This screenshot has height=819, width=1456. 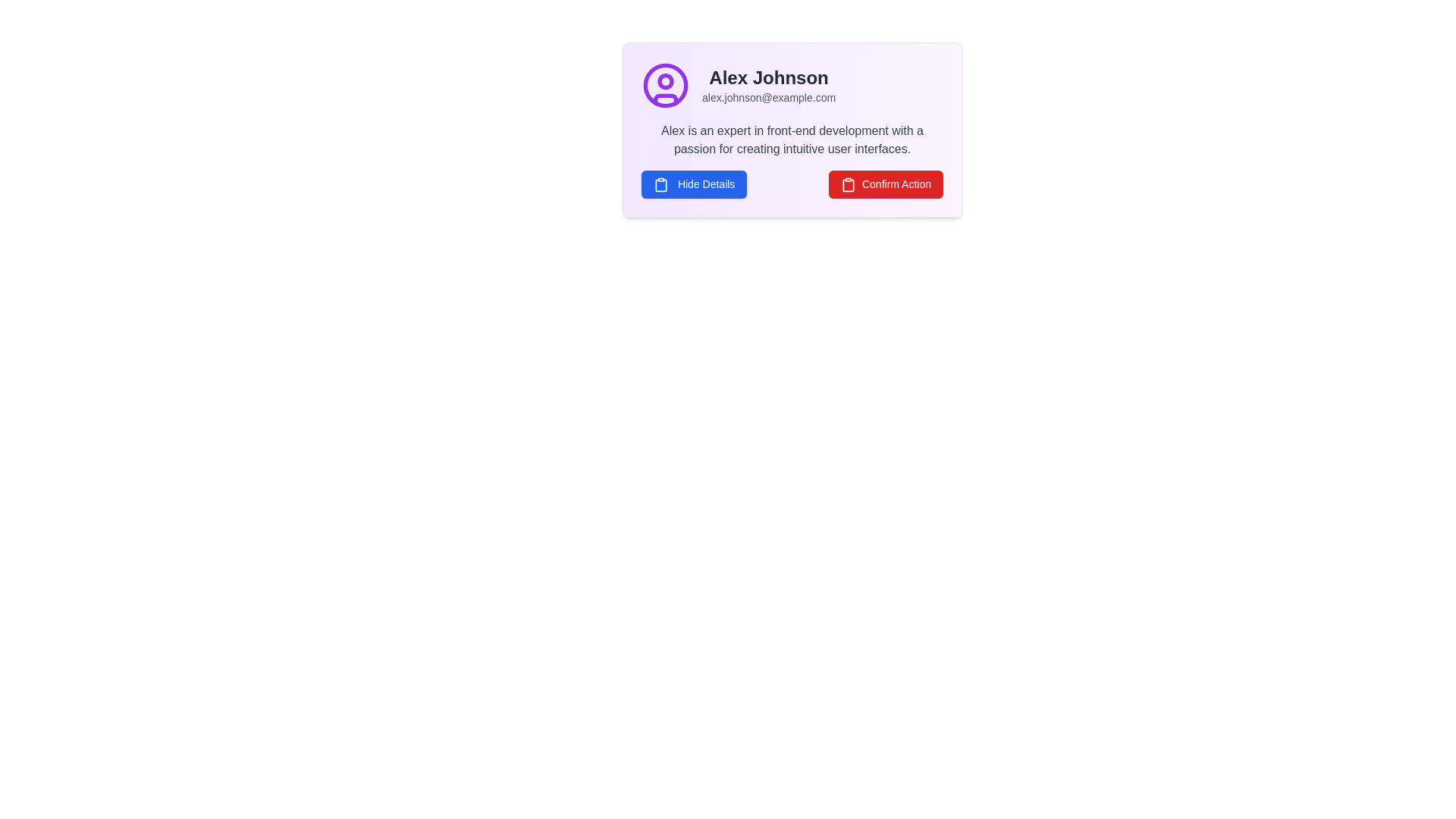 What do you see at coordinates (769, 85) in the screenshot?
I see `the text block displaying the name 'Alex Johnson' and email 'alex.johnson@example.com', which is prominently styled and positioned to the right of the profile icon` at bounding box center [769, 85].